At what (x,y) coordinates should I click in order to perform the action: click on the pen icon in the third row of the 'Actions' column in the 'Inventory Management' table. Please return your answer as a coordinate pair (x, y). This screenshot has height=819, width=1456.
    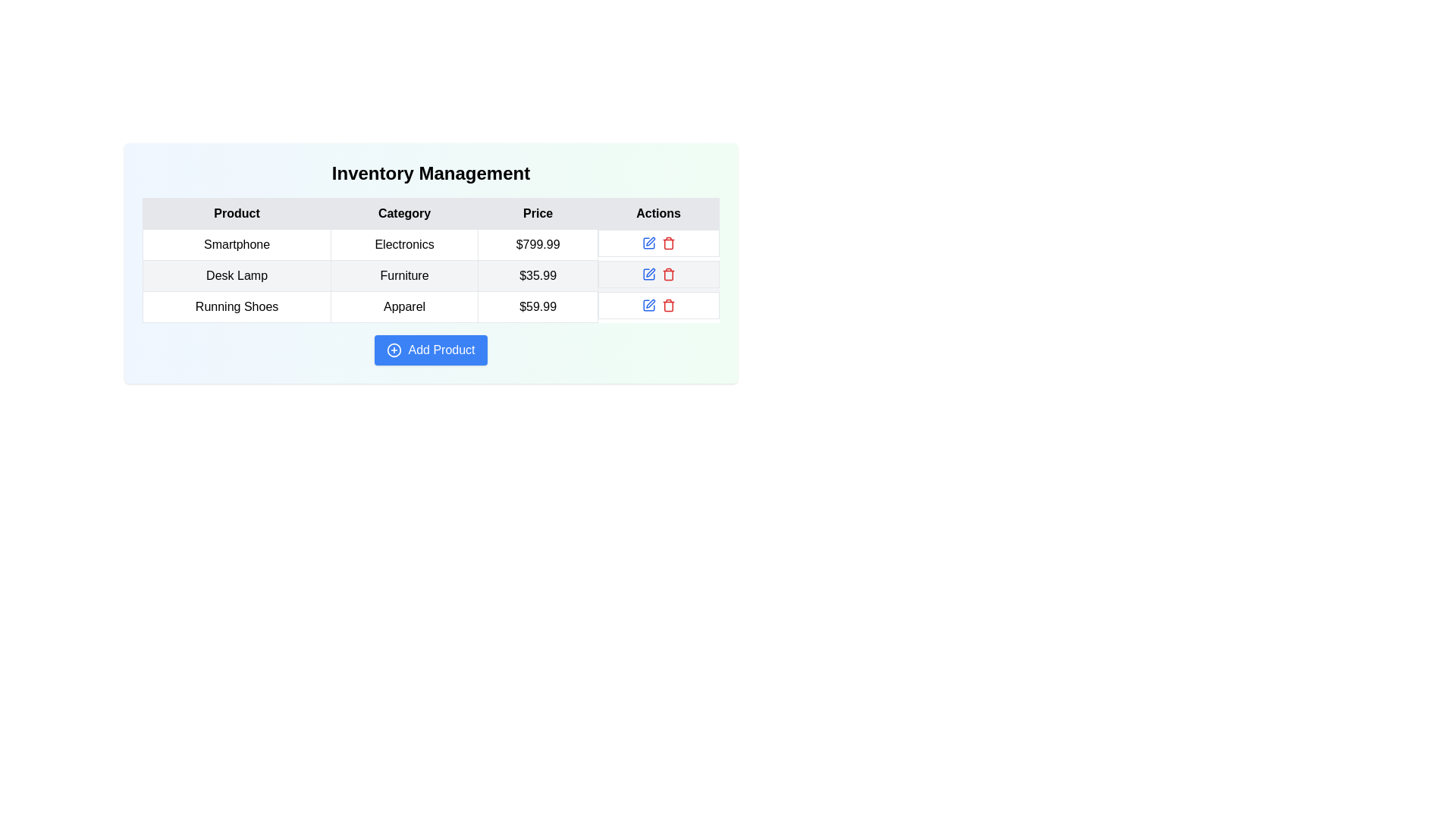
    Looking at the image, I should click on (648, 305).